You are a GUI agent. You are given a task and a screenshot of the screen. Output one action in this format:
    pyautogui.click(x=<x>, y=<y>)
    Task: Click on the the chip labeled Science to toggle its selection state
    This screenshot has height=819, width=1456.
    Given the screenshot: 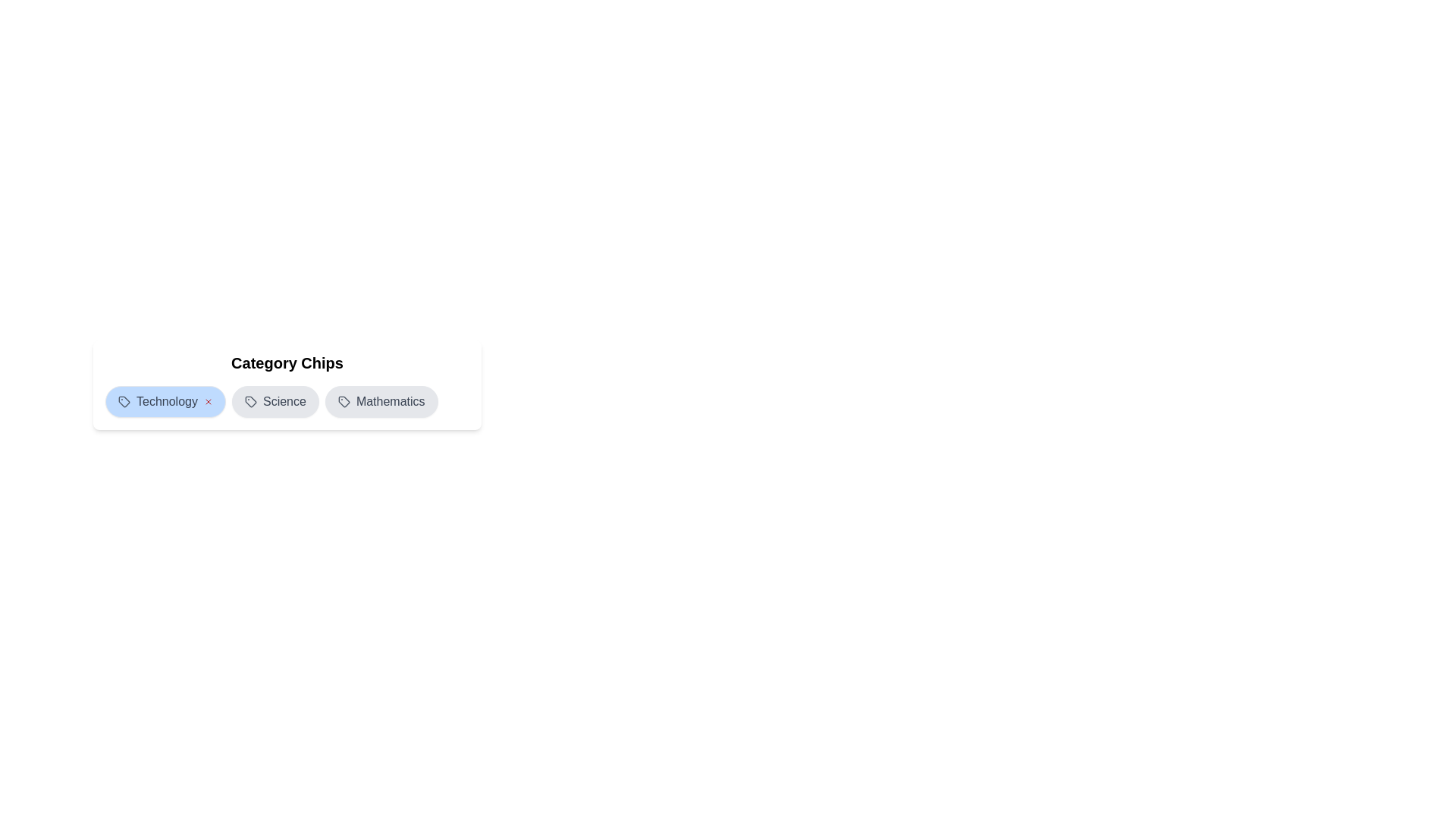 What is the action you would take?
    pyautogui.click(x=275, y=400)
    